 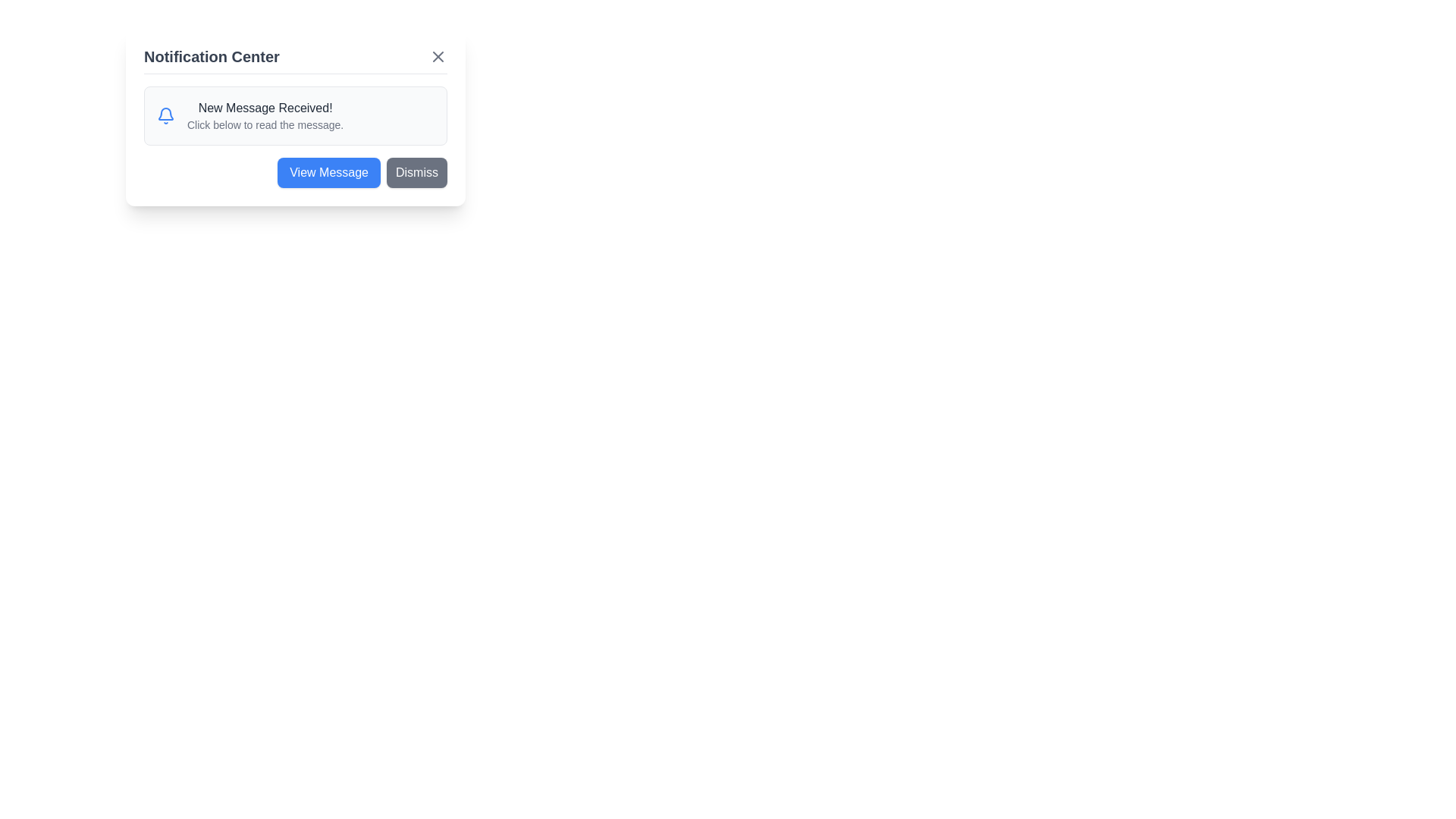 I want to click on the buttons within the Notification Card that displays 'New Message Received!' and 'Click below to read the message.', so click(x=295, y=137).